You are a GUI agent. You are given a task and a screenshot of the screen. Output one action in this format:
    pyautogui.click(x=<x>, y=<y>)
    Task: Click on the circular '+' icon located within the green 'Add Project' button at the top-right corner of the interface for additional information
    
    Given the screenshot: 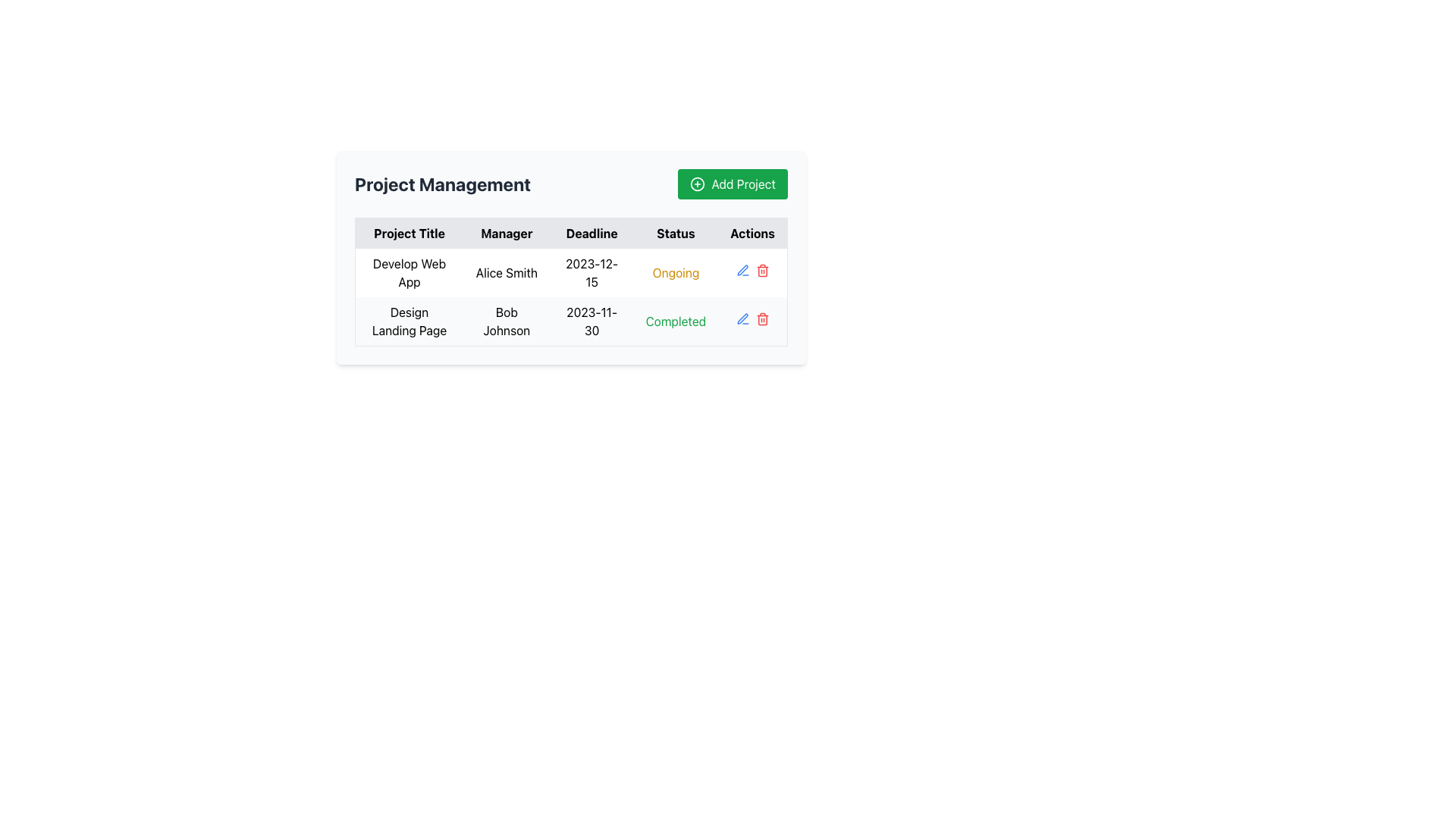 What is the action you would take?
    pyautogui.click(x=697, y=184)
    